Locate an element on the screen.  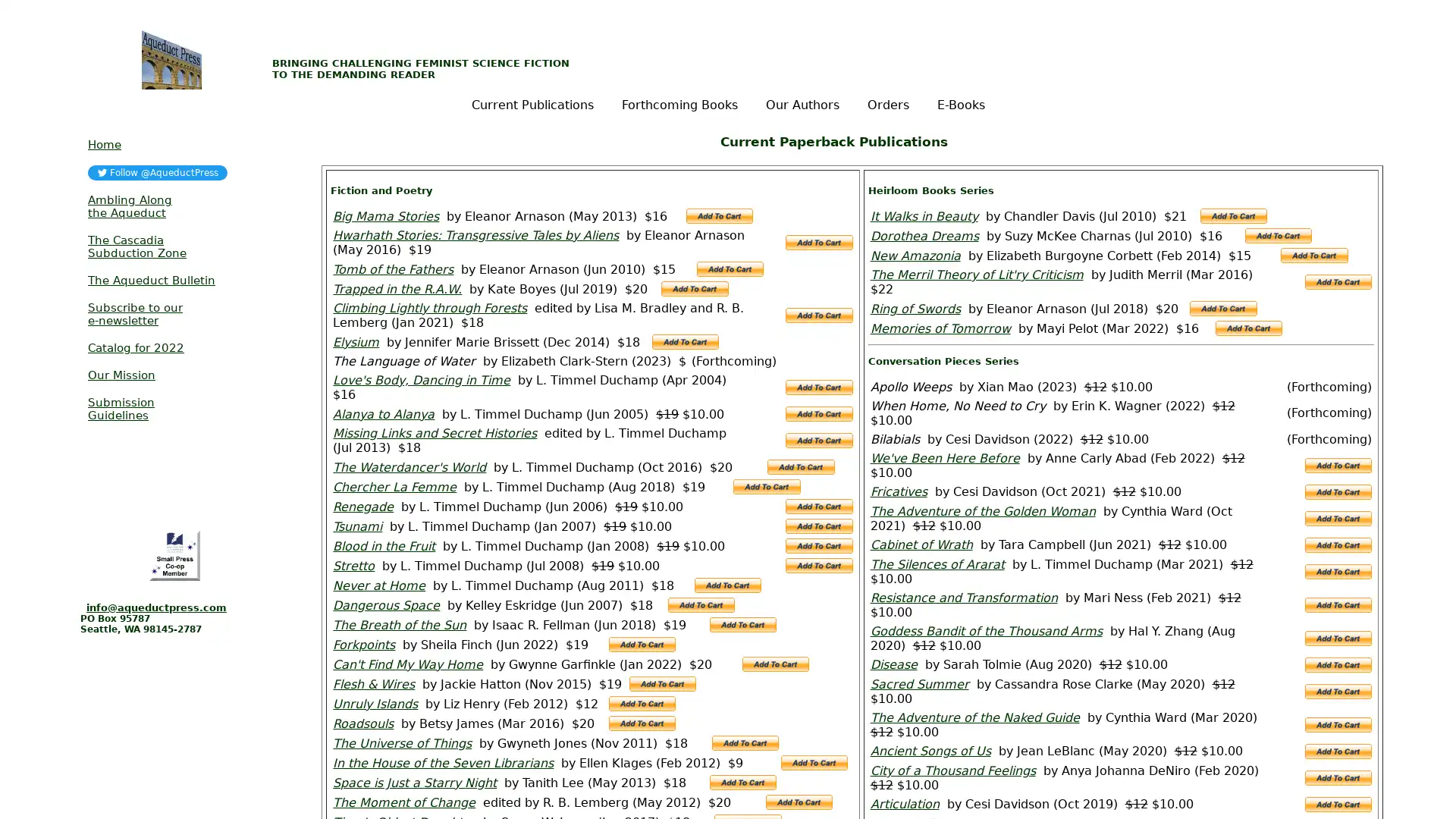
Make payments with PayPal - it\'s fast, free and secure! is located at coordinates (818, 506).